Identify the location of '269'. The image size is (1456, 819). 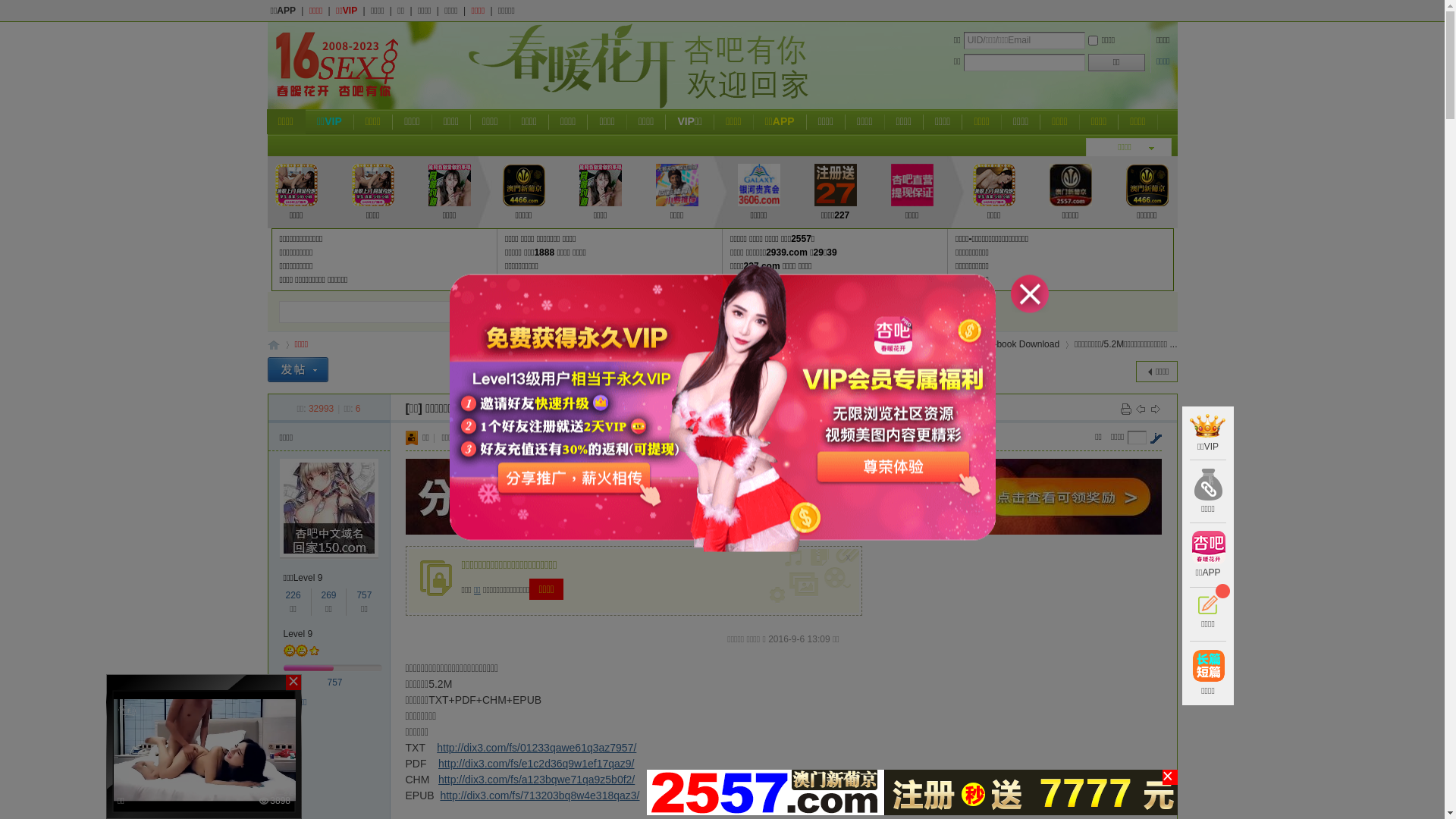
(327, 595).